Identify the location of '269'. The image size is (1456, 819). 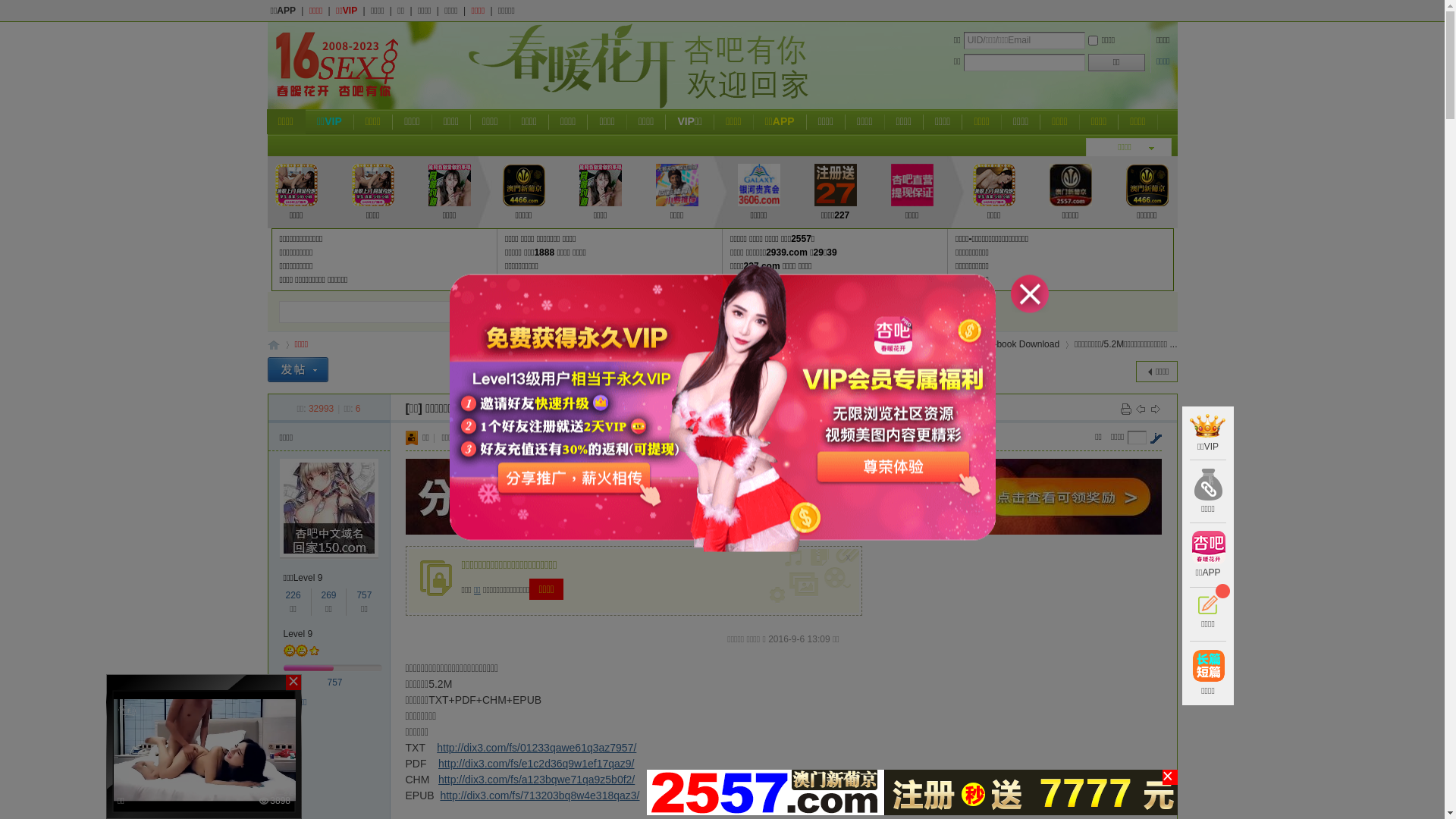
(327, 595).